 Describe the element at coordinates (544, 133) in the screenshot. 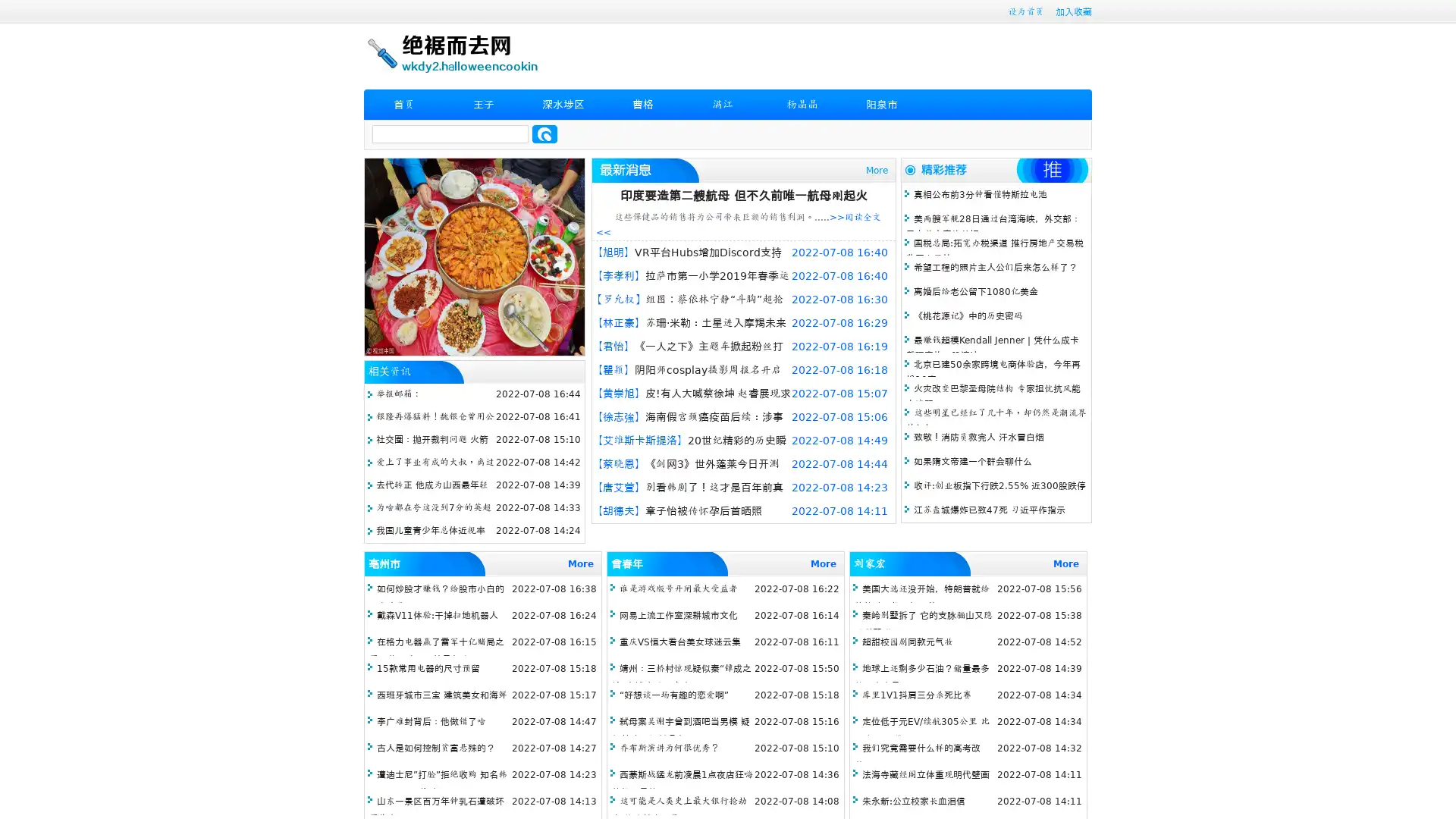

I see `Search` at that location.